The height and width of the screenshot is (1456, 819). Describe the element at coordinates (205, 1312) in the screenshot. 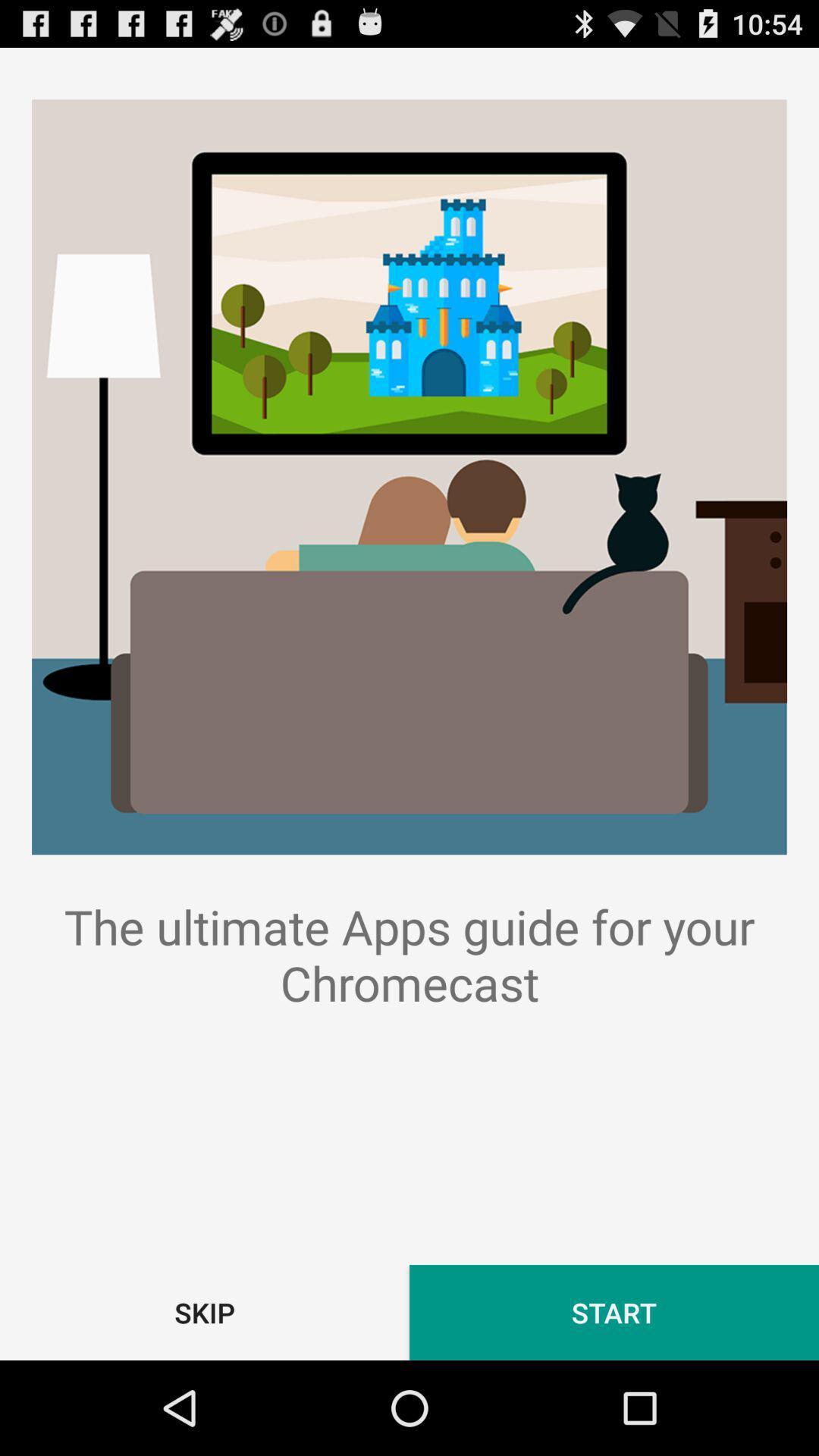

I see `skip icon` at that location.